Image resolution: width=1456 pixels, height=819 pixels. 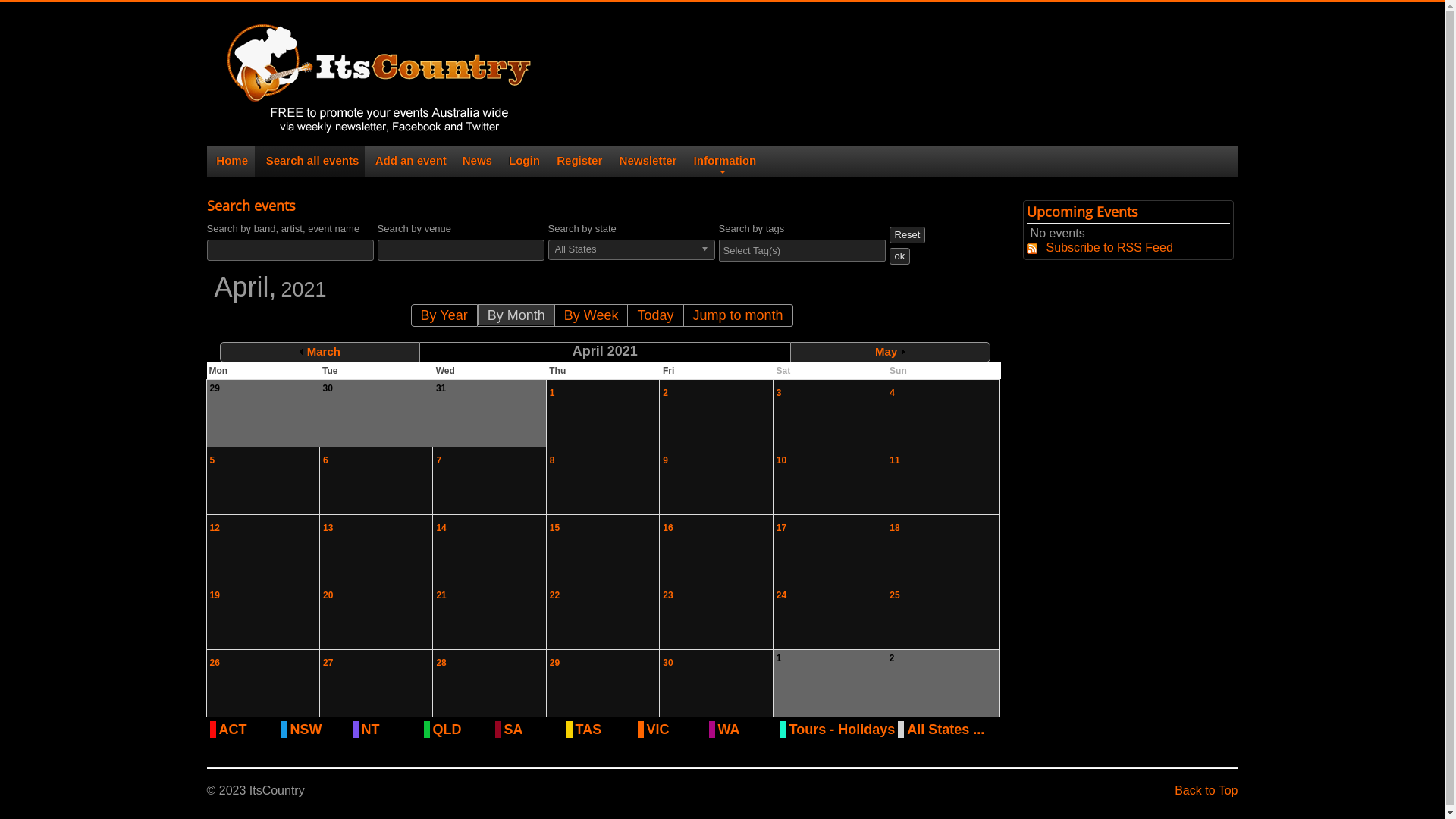 What do you see at coordinates (516, 314) in the screenshot?
I see `'By Month'` at bounding box center [516, 314].